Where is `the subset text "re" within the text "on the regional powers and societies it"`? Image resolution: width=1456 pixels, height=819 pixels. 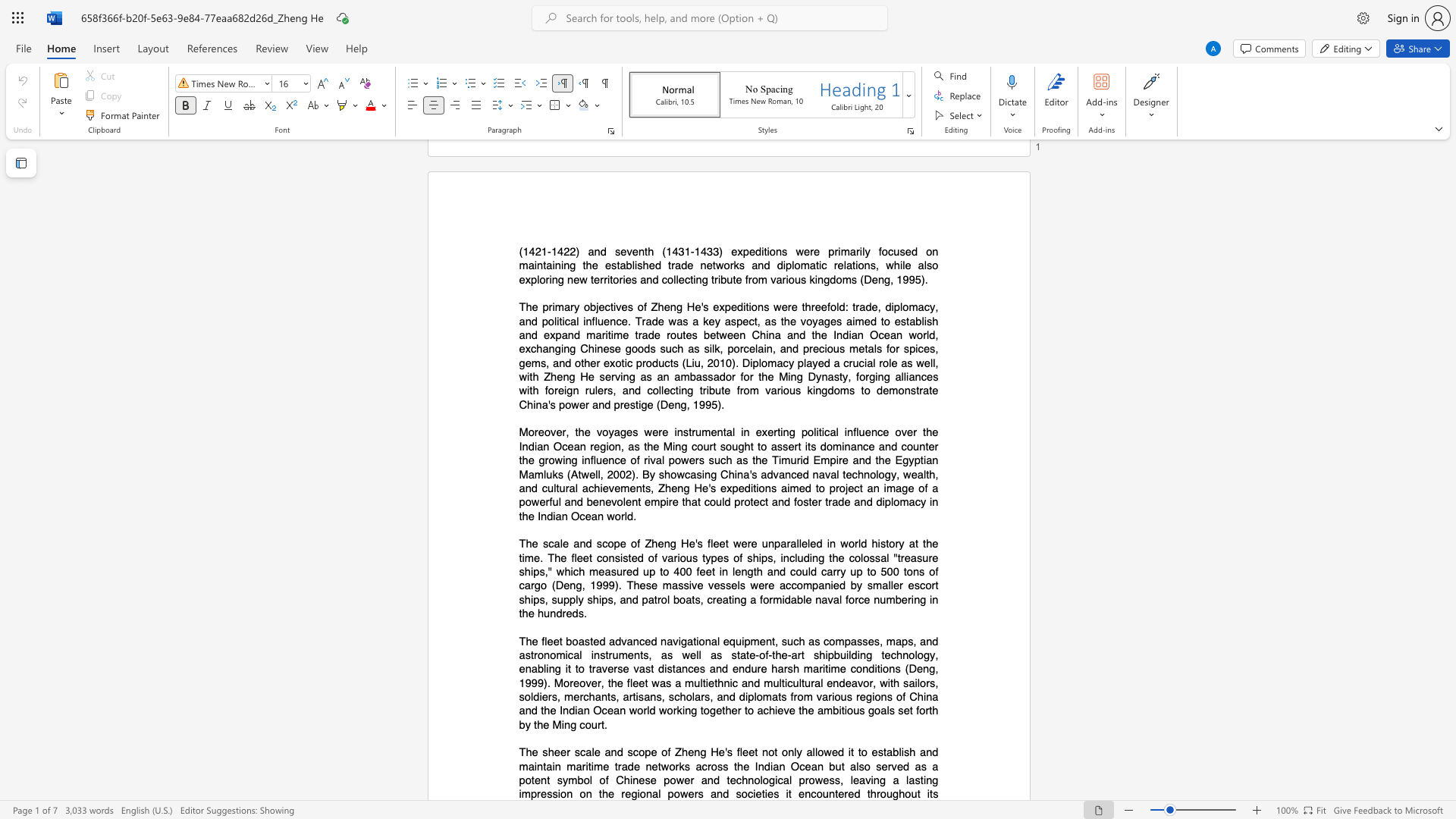 the subset text "re" within the text "on the regional powers and societies it" is located at coordinates (621, 793).